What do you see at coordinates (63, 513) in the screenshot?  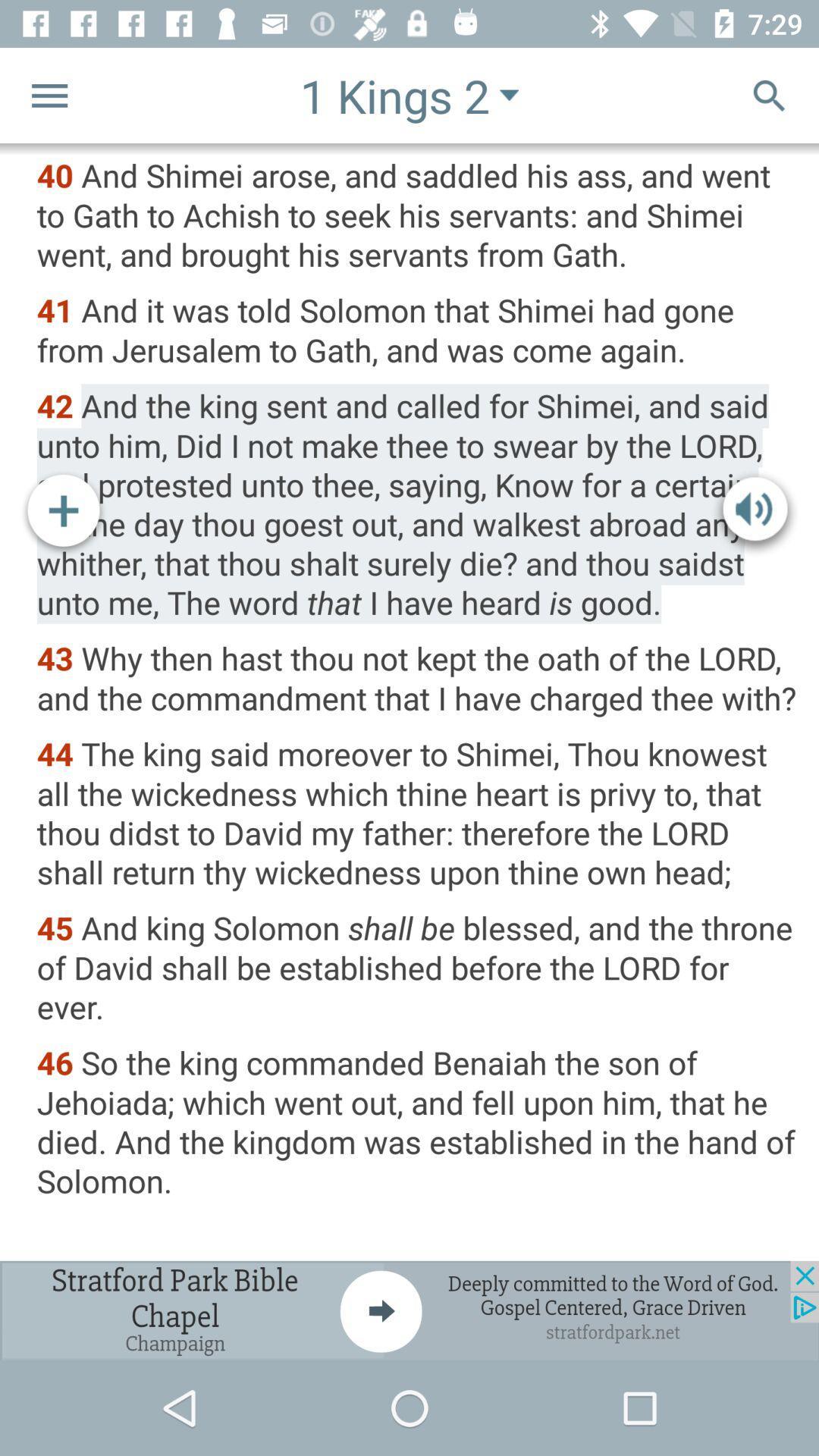 I see `to reading plan` at bounding box center [63, 513].